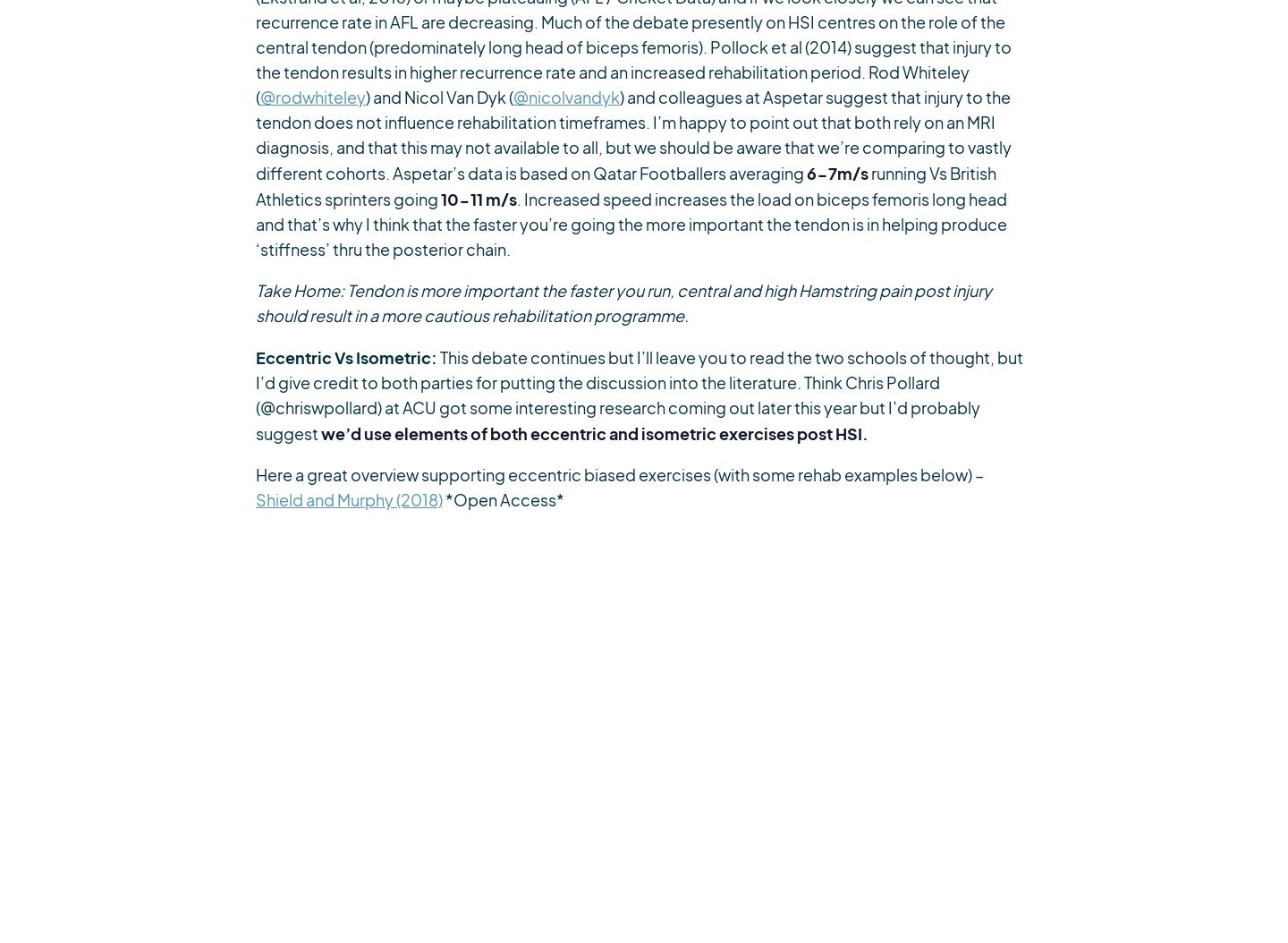 This screenshot has width=1288, height=943. Describe the element at coordinates (254, 186) in the screenshot. I see `'running Vs British Athletics sprinters going'` at that location.